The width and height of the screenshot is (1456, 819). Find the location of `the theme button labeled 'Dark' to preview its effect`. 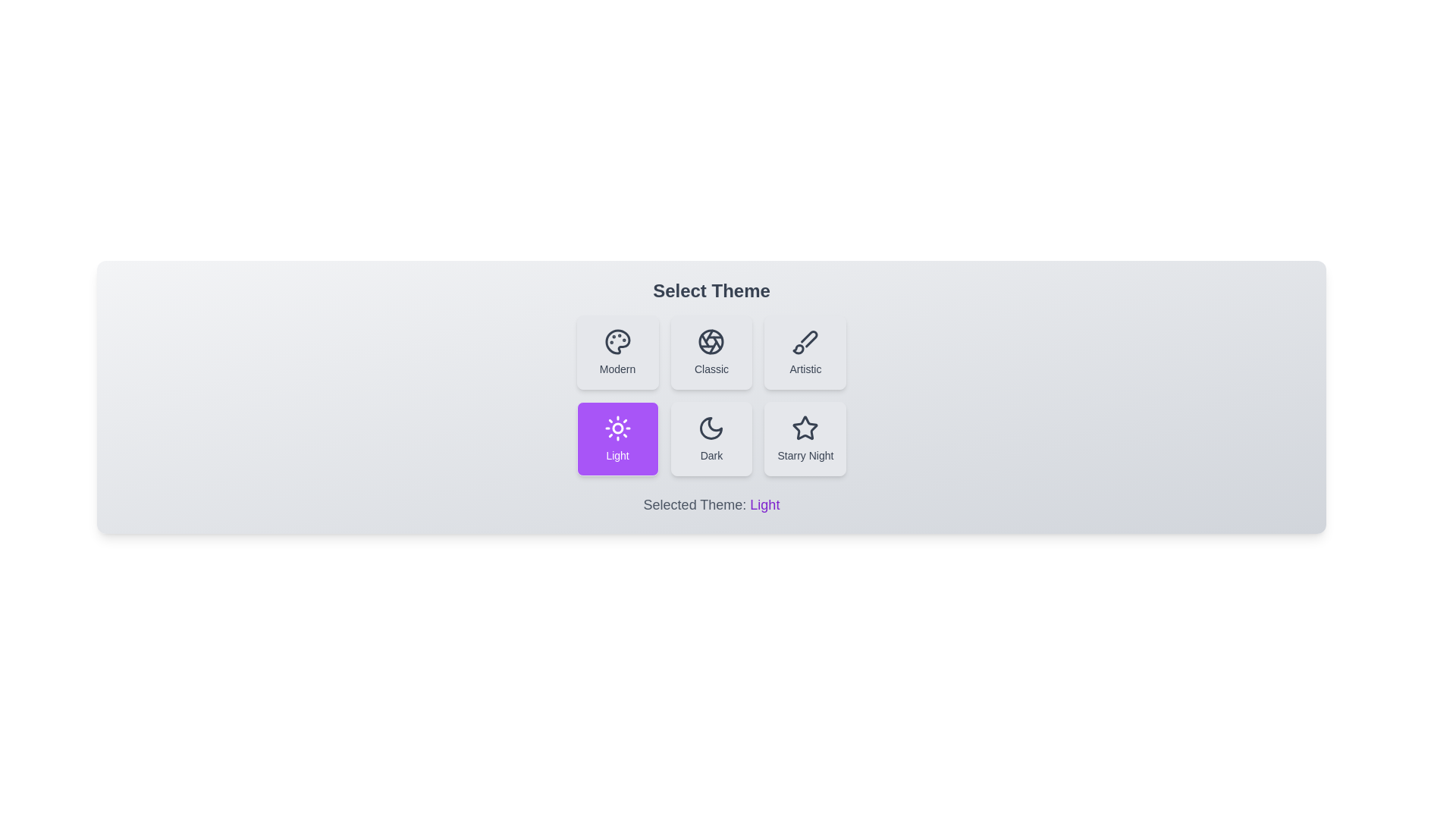

the theme button labeled 'Dark' to preview its effect is located at coordinates (711, 438).